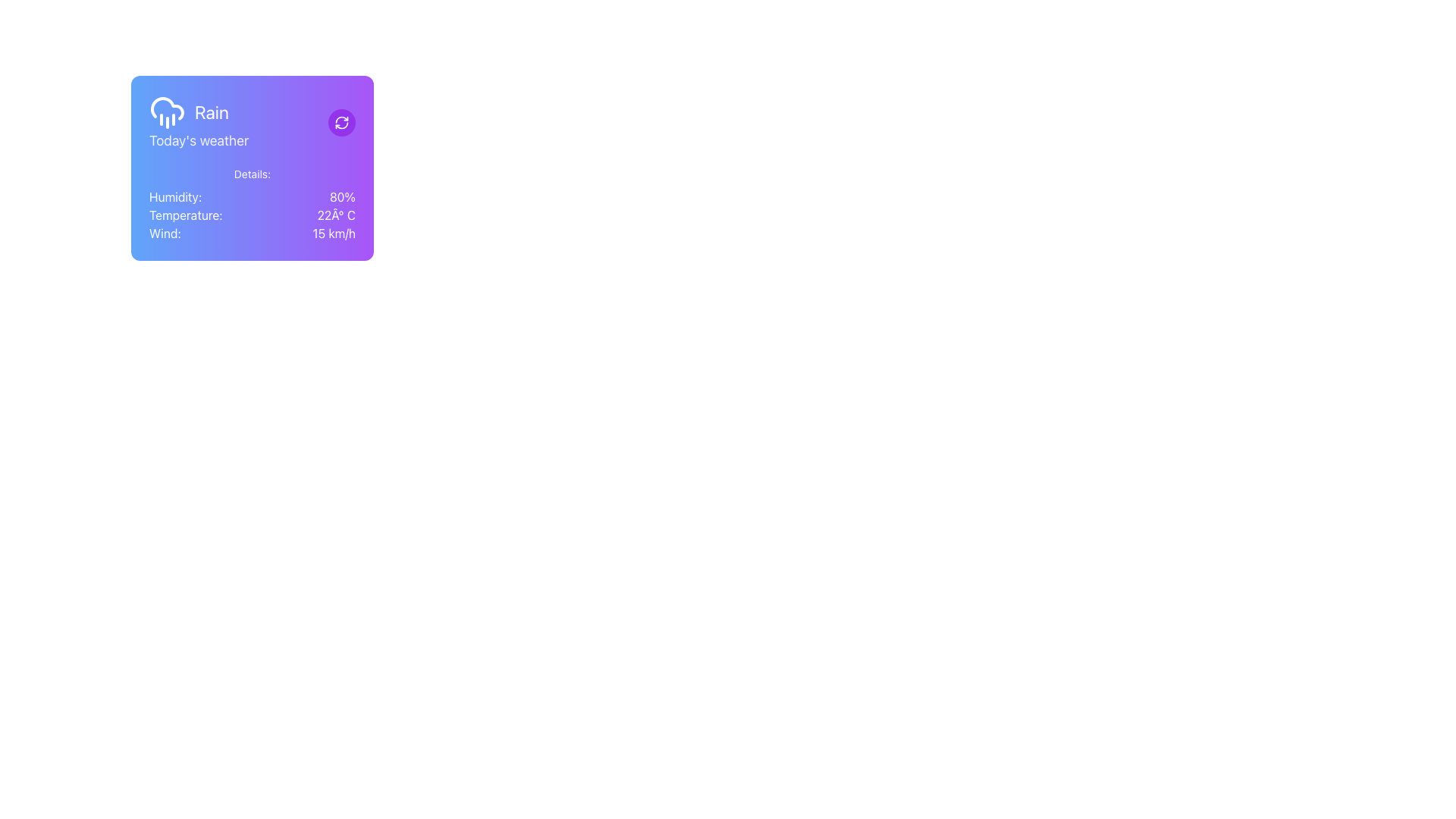 Image resolution: width=1456 pixels, height=819 pixels. I want to click on the Text Label displaying 'Rain', which is positioned to the right of a cloud with rain icon in a weather information panel, so click(211, 111).